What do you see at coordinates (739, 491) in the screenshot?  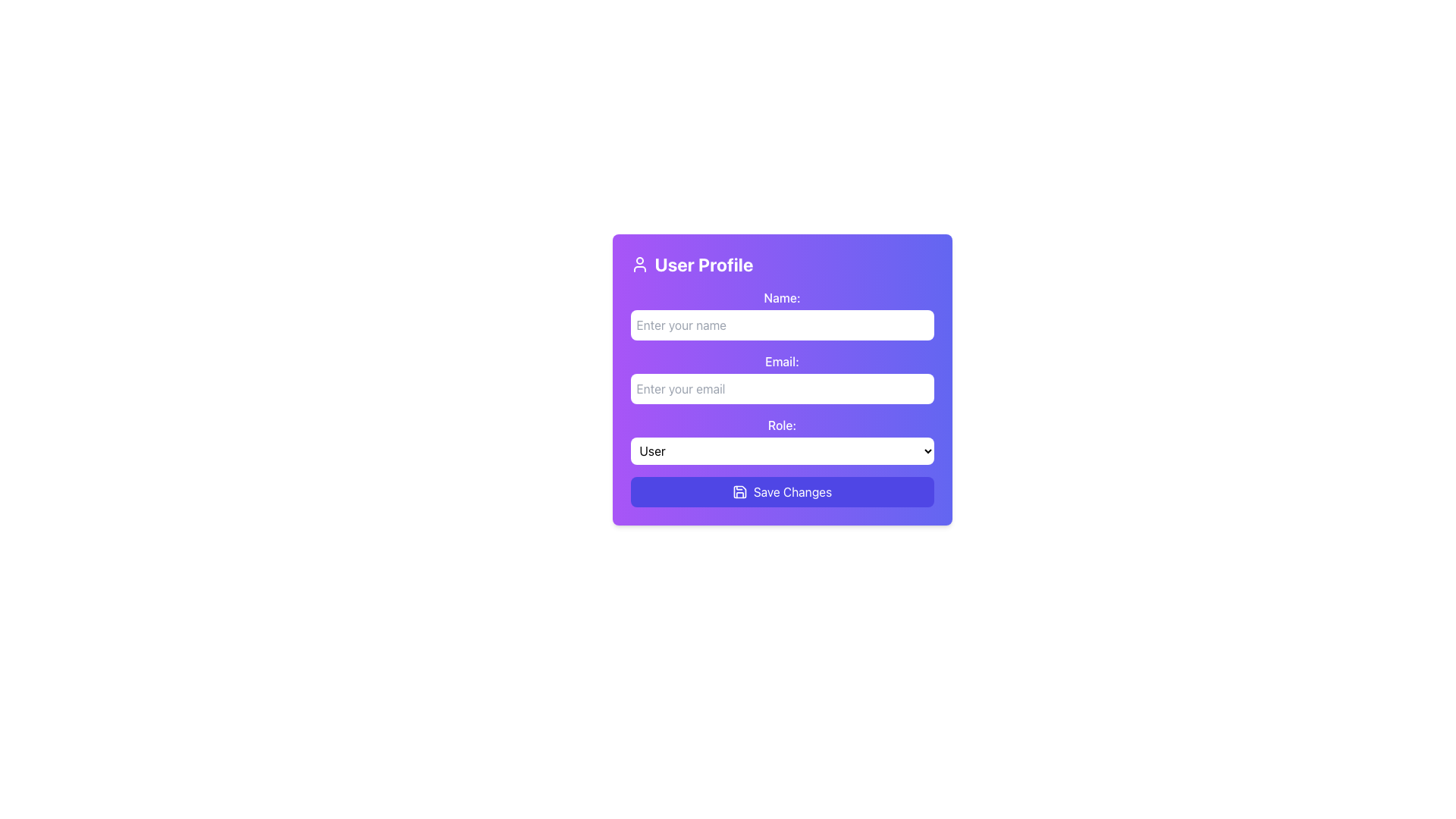 I see `the 'Save Changes' button which contains an icon to the left of the label text, located at the bottom of the card interface` at bounding box center [739, 491].